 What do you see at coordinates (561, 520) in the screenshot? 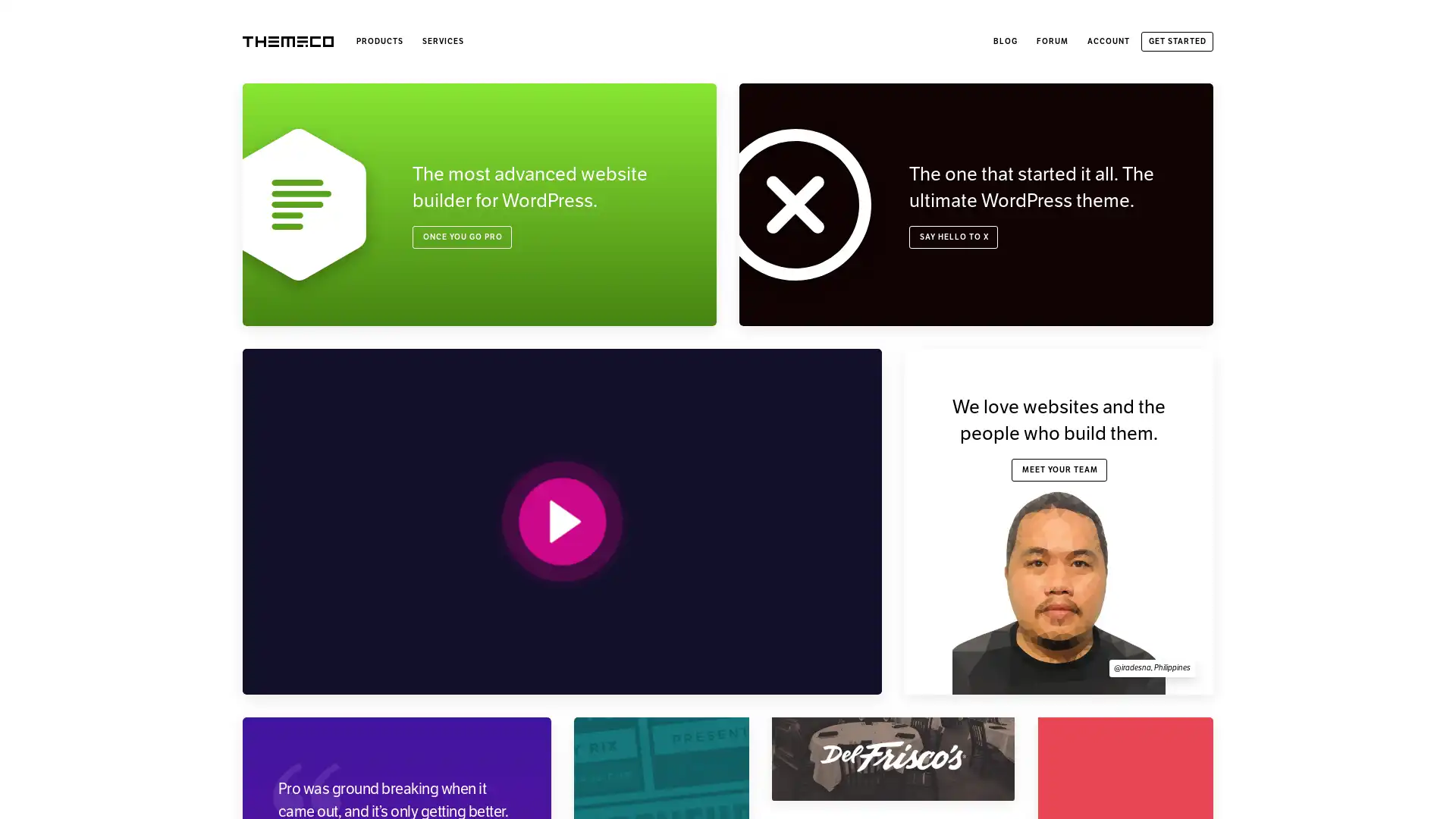
I see `PLAY VIDEO` at bounding box center [561, 520].